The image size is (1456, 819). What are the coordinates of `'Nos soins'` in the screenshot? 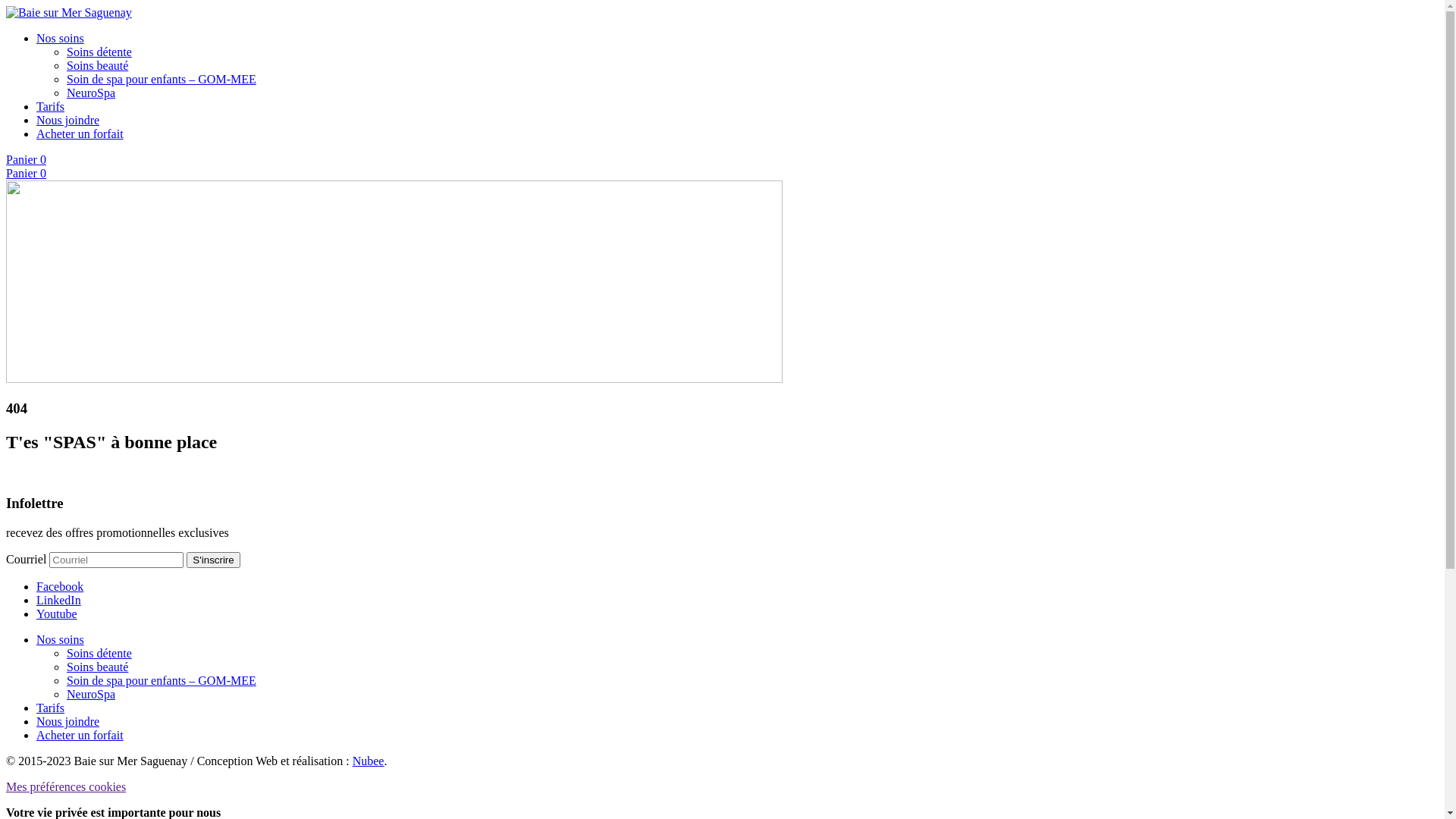 It's located at (60, 639).